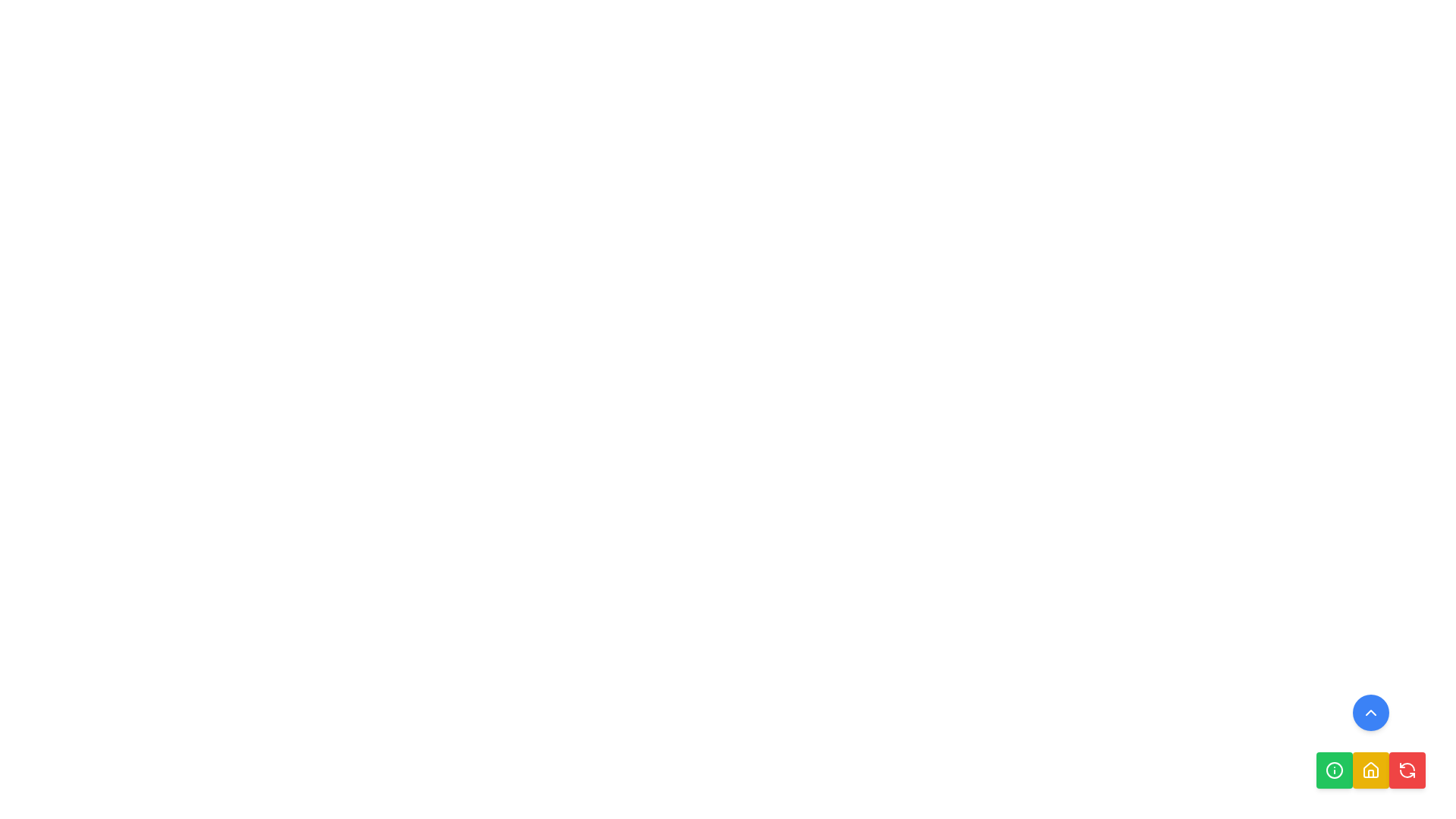  I want to click on the yellow rounded rectangular icon button located at the bottom-right corner of the interface, so click(1371, 770).